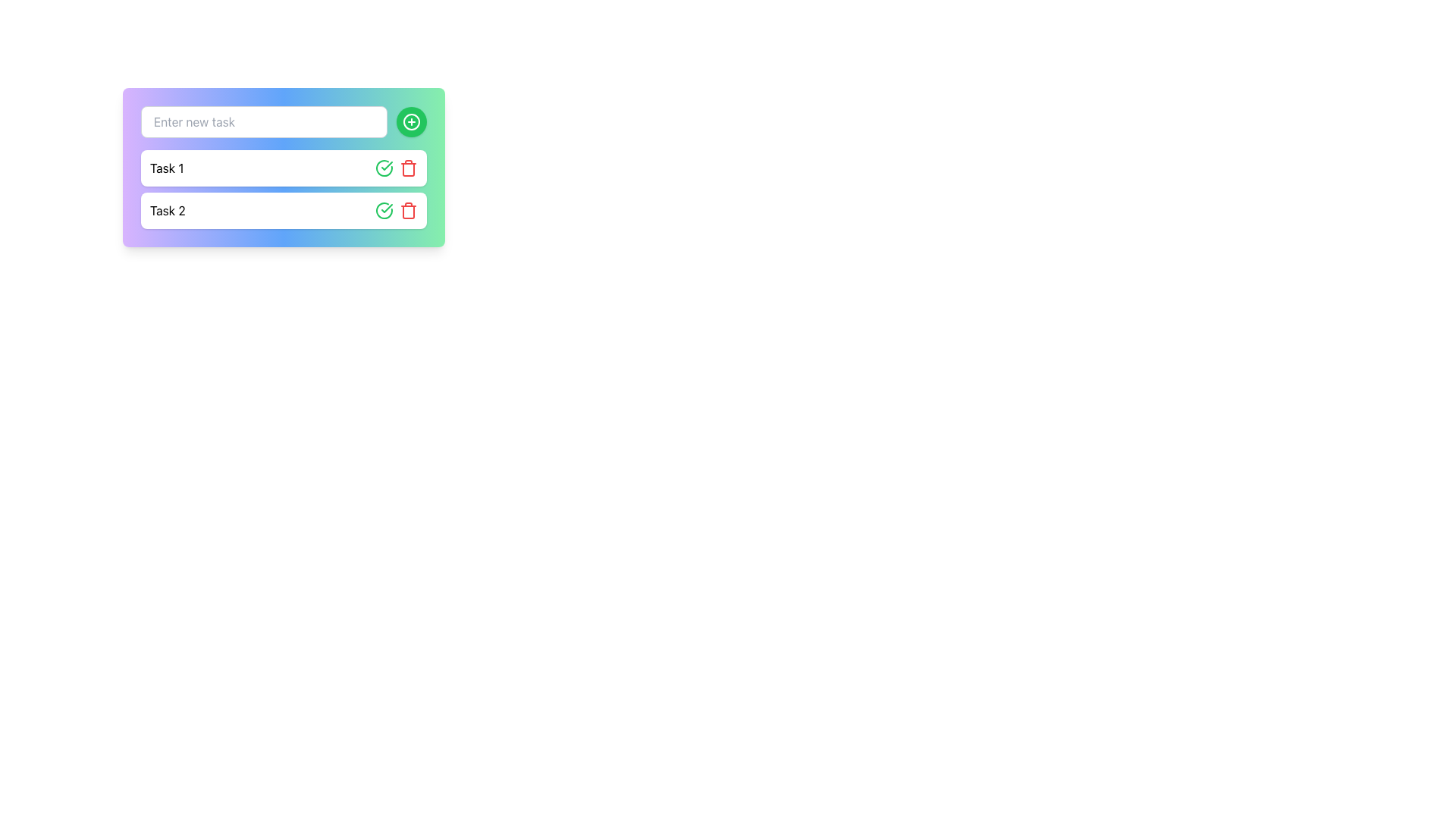  Describe the element at coordinates (167, 168) in the screenshot. I see `the Text label that displays the name of the task in the top-left section of the top task card in the task list` at that location.